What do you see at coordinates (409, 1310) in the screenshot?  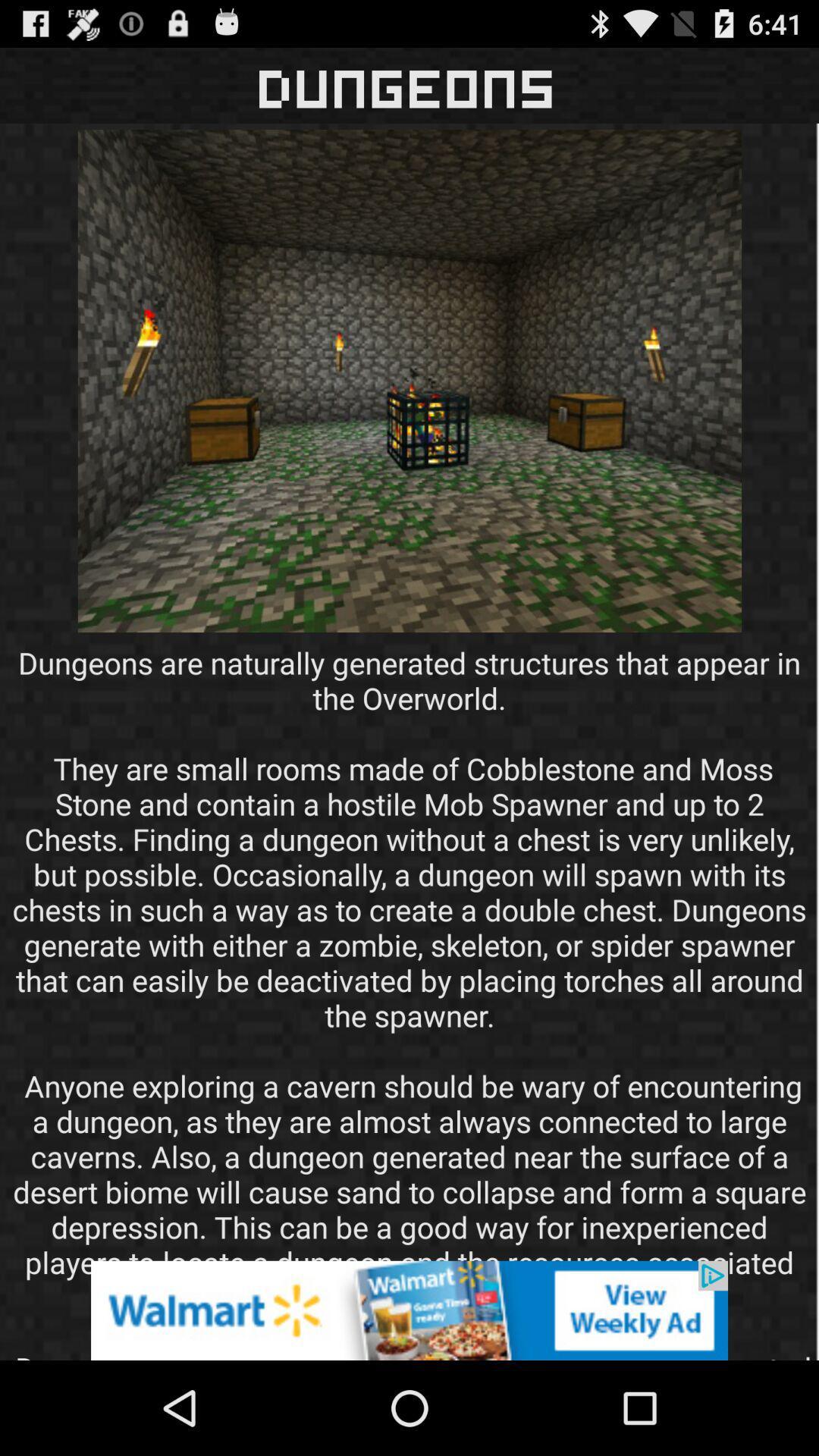 I see `give advertisement information` at bounding box center [409, 1310].